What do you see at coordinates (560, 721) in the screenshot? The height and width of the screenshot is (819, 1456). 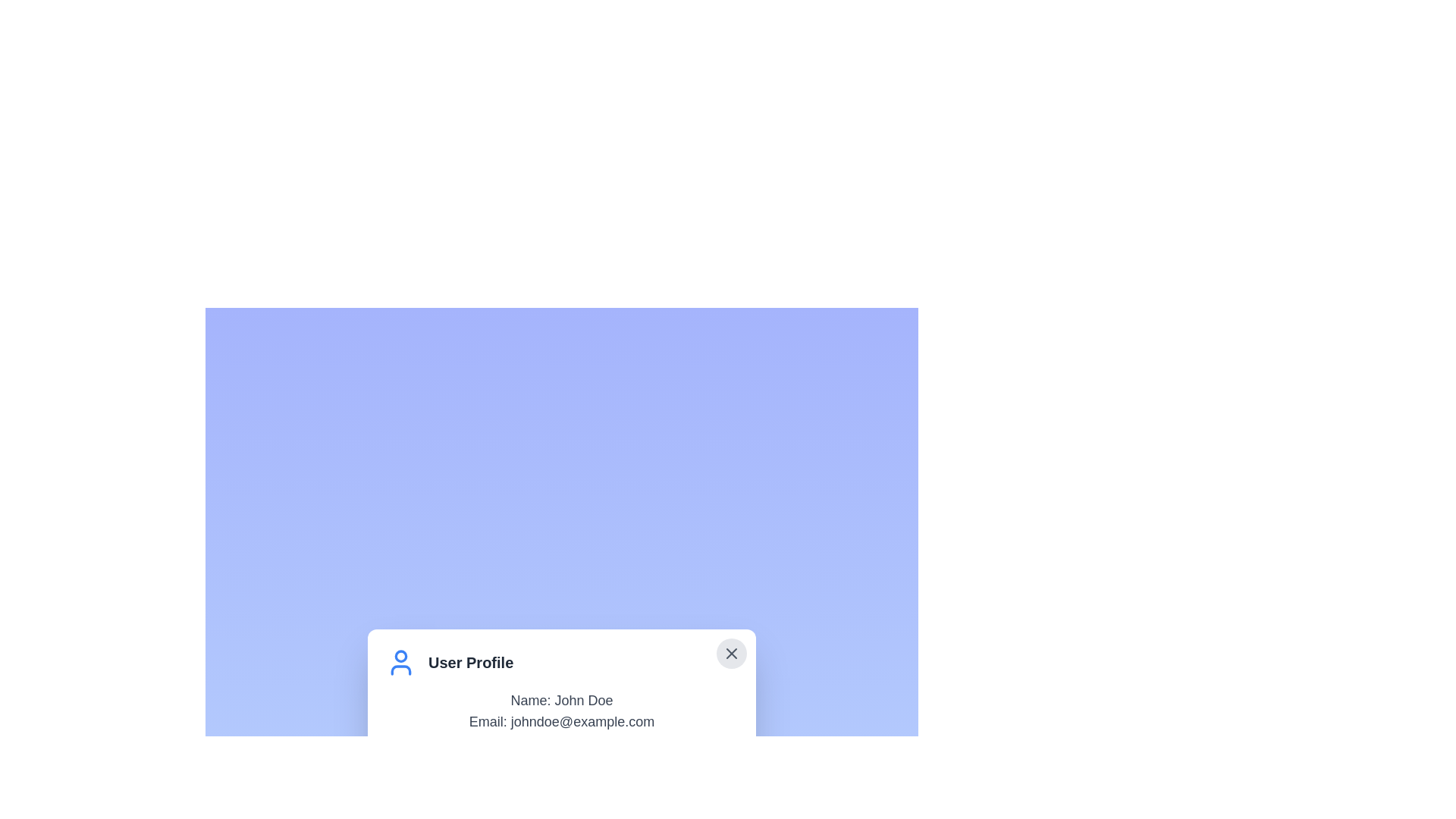 I see `the text displaying the email address associated with the user profile, located below 'Name: John Doe' in the 'User Profile' pop-up window` at bounding box center [560, 721].